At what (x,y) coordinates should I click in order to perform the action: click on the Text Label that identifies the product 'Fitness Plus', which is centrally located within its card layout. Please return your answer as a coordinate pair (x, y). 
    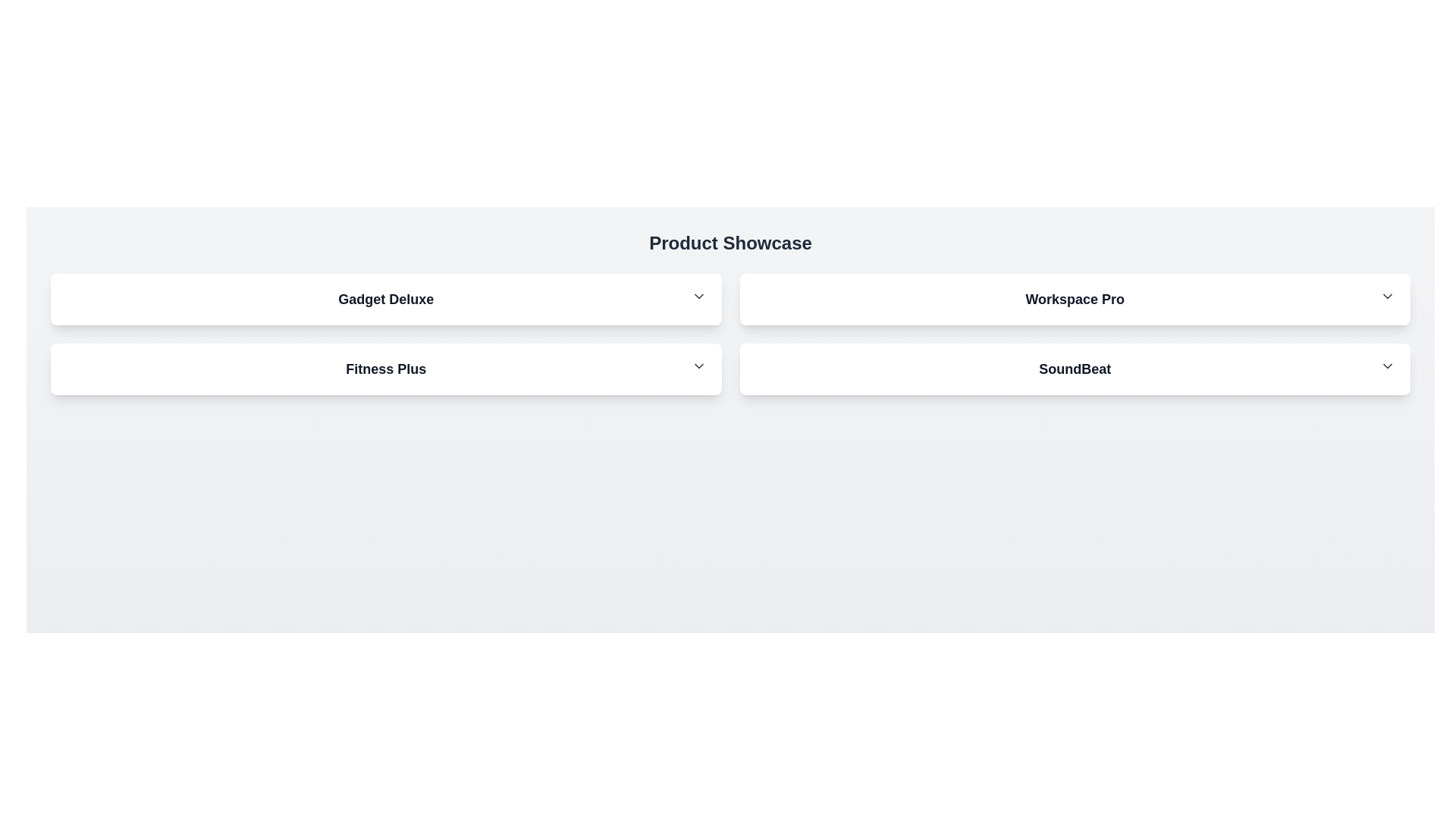
    Looking at the image, I should click on (386, 369).